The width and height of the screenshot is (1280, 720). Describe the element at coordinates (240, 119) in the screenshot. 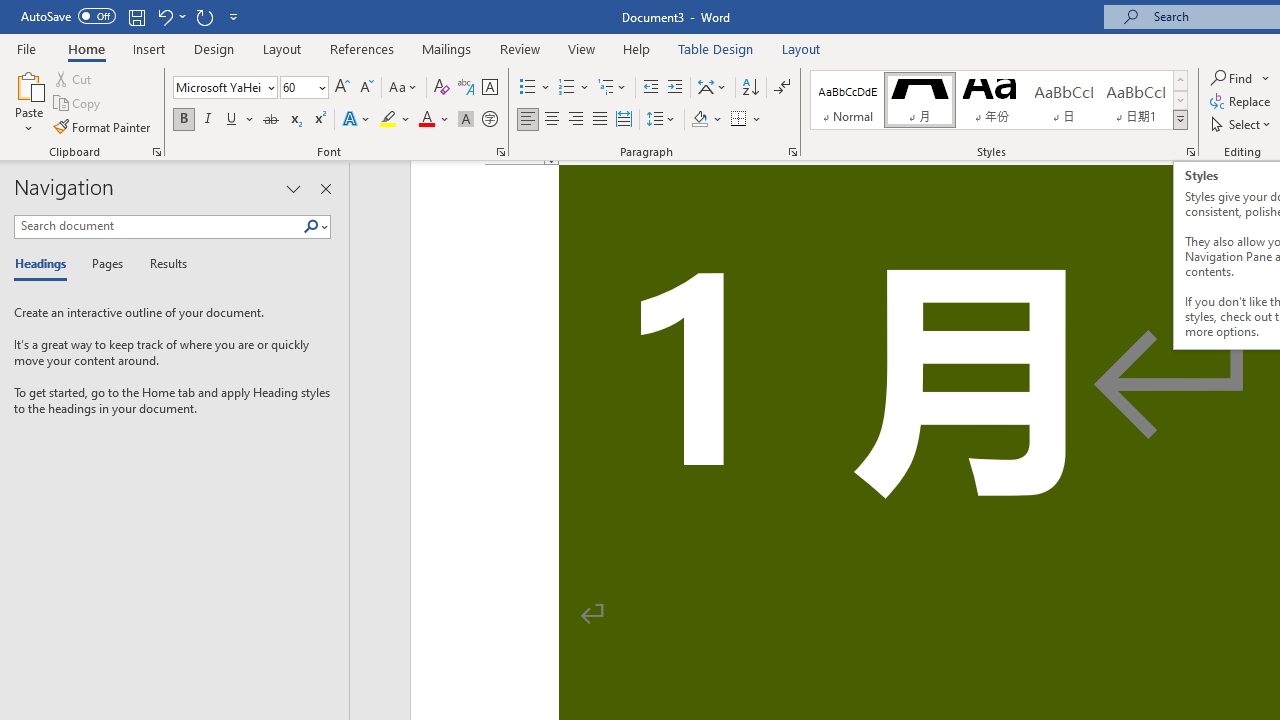

I see `'Underline'` at that location.